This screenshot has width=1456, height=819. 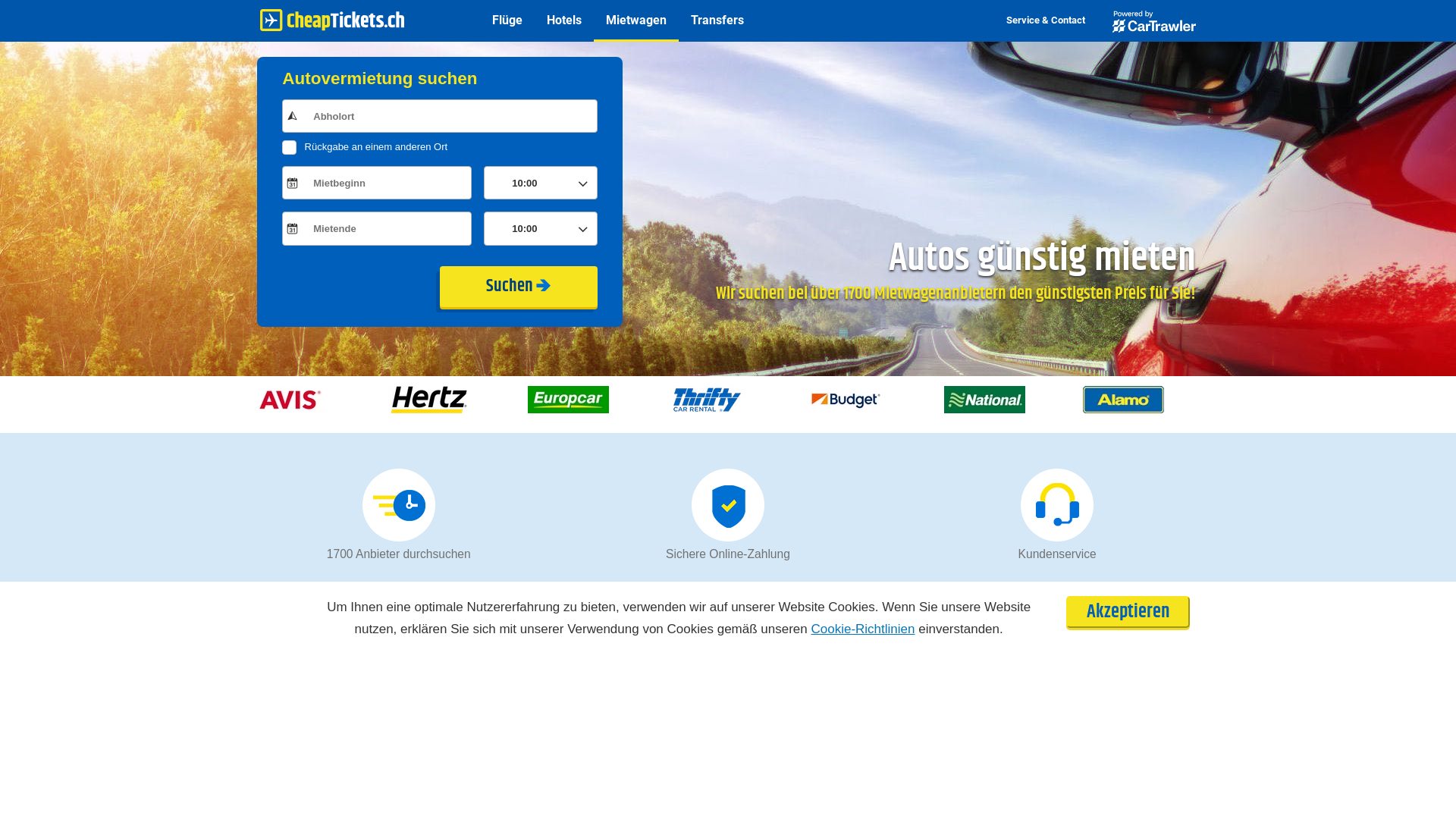 What do you see at coordinates (518, 287) in the screenshot?
I see `'Suchen'` at bounding box center [518, 287].